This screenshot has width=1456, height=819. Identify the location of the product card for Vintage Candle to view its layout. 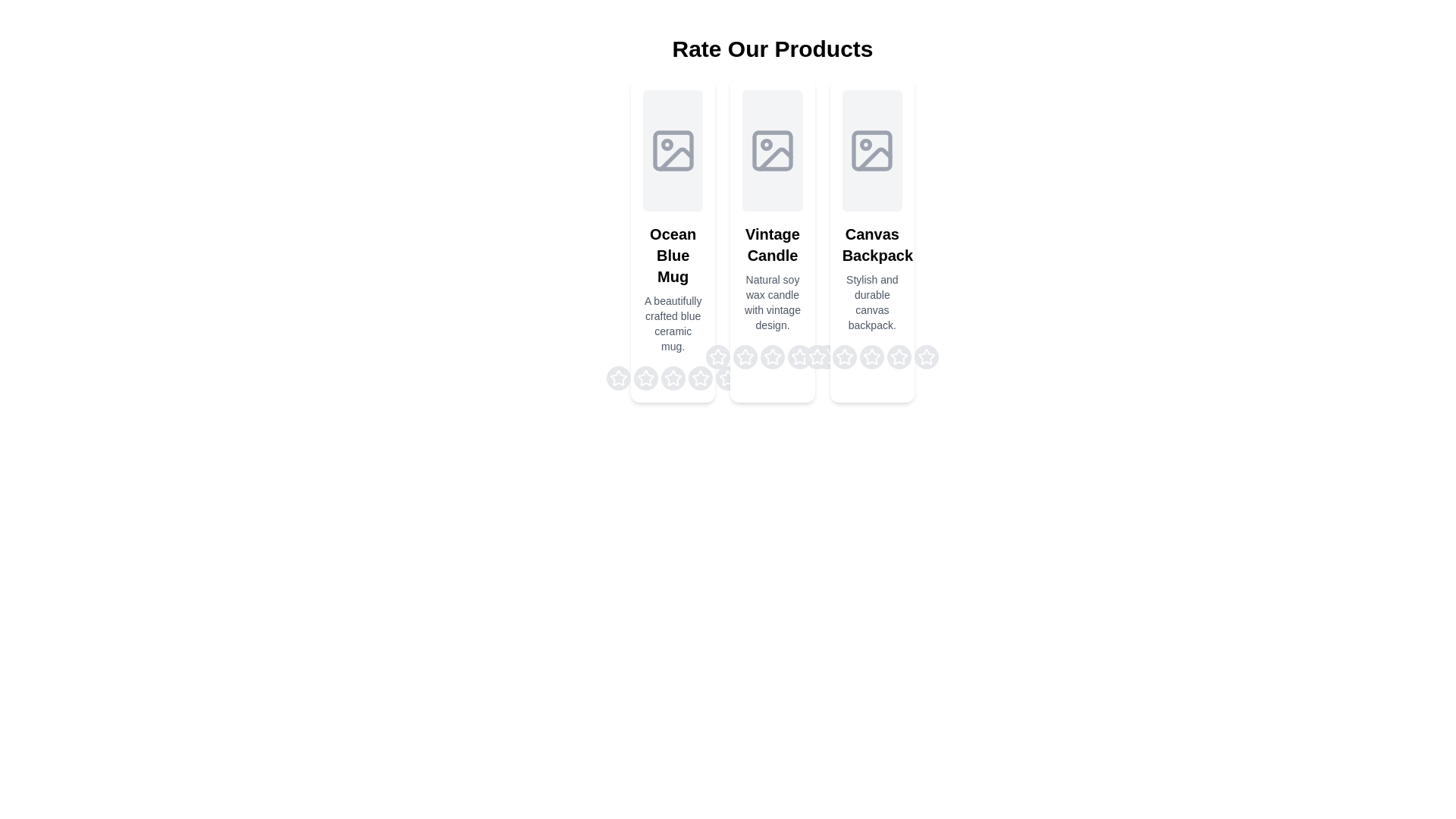
(772, 239).